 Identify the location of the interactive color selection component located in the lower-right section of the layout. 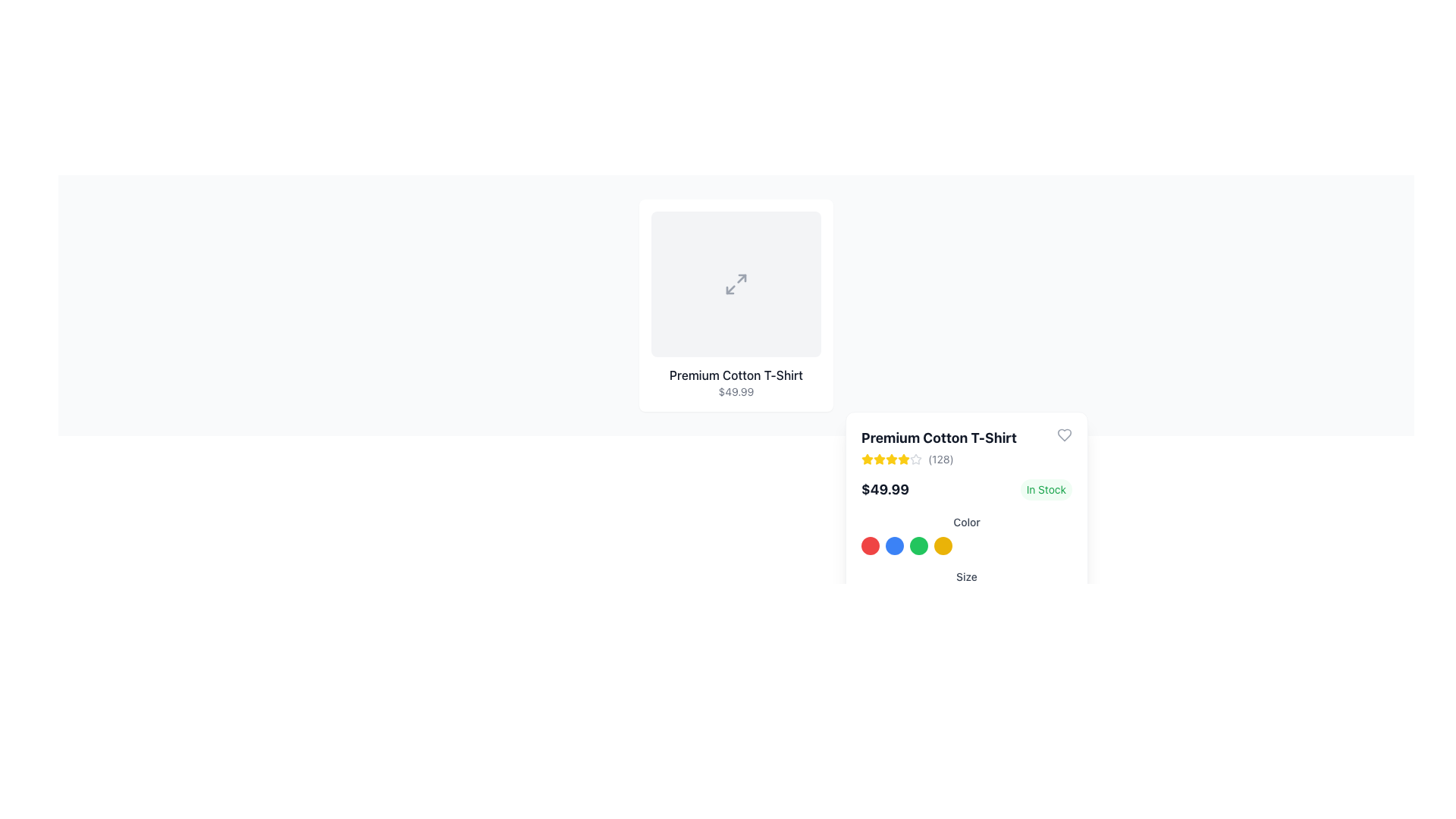
(966, 546).